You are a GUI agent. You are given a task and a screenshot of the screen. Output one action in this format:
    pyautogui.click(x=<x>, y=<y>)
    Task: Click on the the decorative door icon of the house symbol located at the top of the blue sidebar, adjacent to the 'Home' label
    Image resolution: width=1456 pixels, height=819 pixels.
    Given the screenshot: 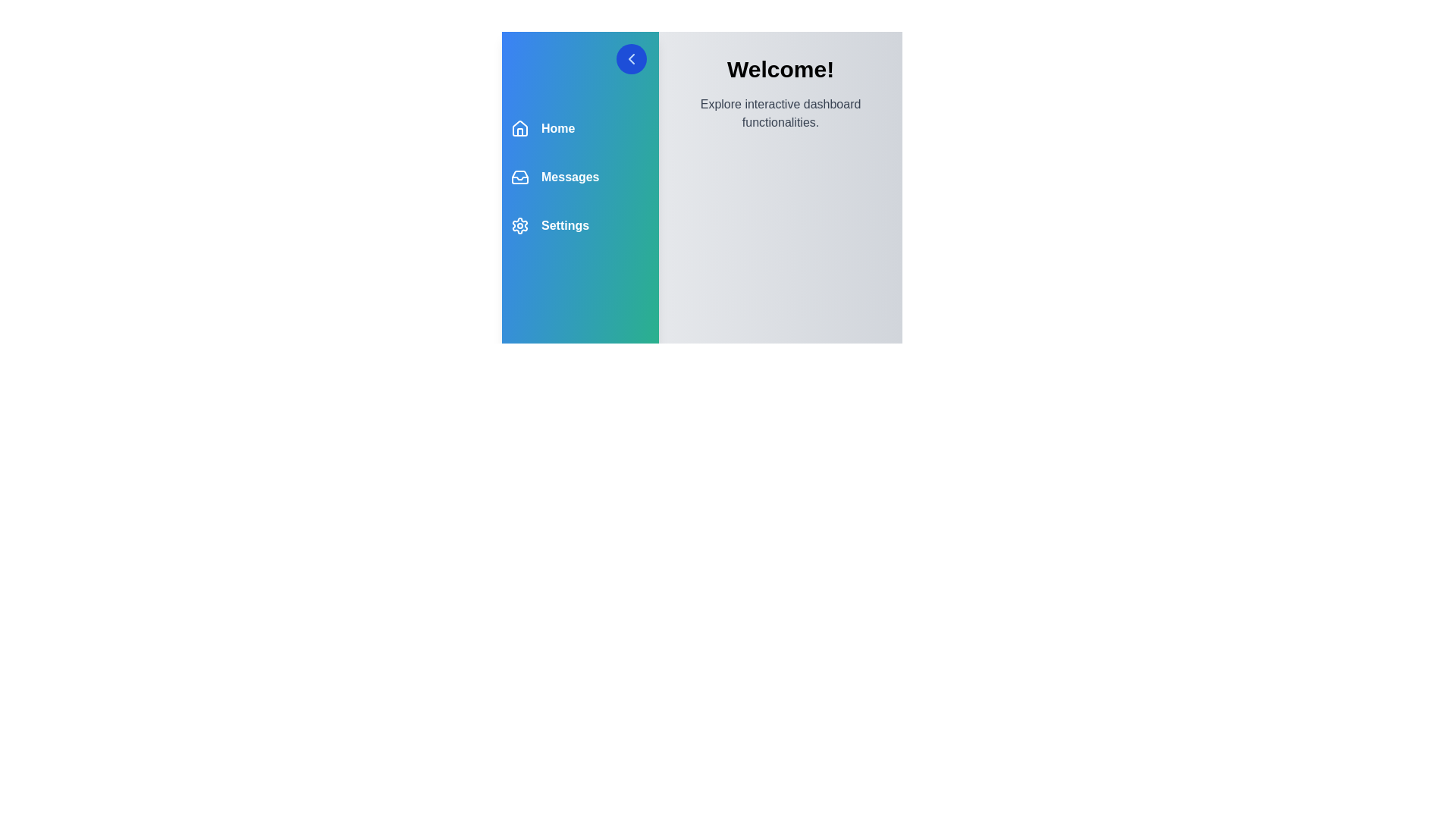 What is the action you would take?
    pyautogui.click(x=520, y=130)
    